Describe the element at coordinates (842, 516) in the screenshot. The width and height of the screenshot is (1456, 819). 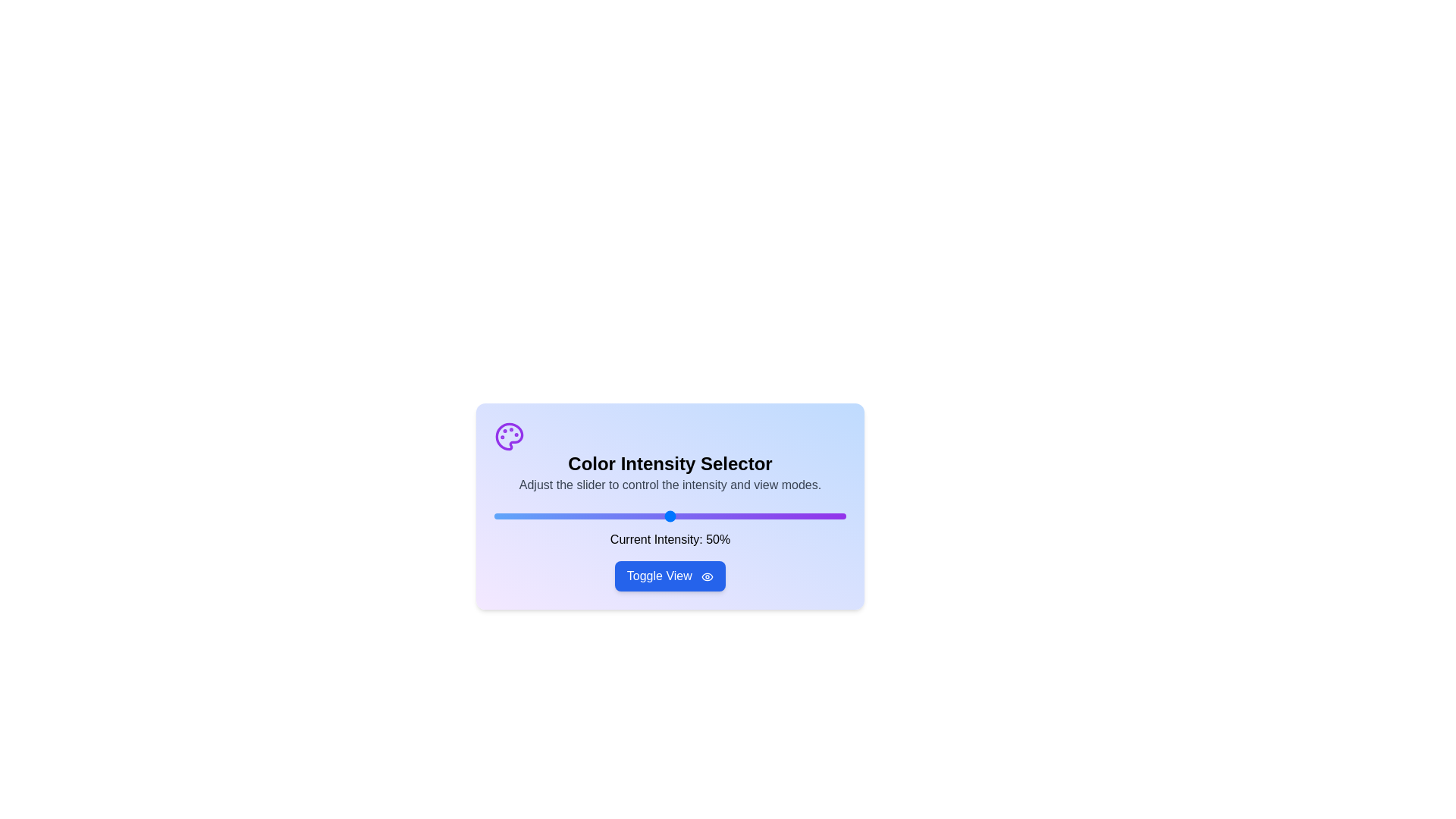
I see `the slider to set the intensity to 99%` at that location.